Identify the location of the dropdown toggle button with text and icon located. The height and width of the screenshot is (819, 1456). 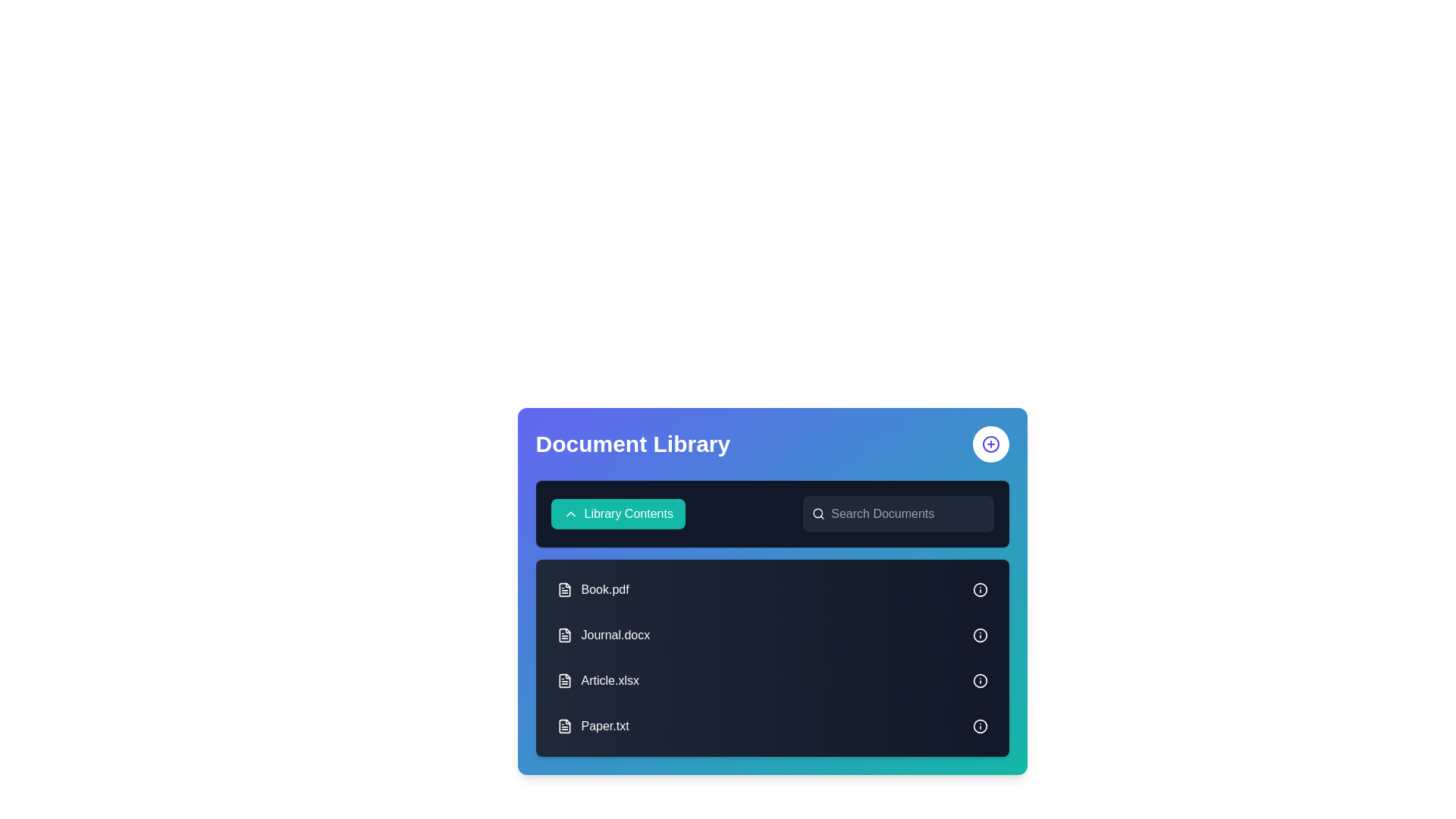
(618, 513).